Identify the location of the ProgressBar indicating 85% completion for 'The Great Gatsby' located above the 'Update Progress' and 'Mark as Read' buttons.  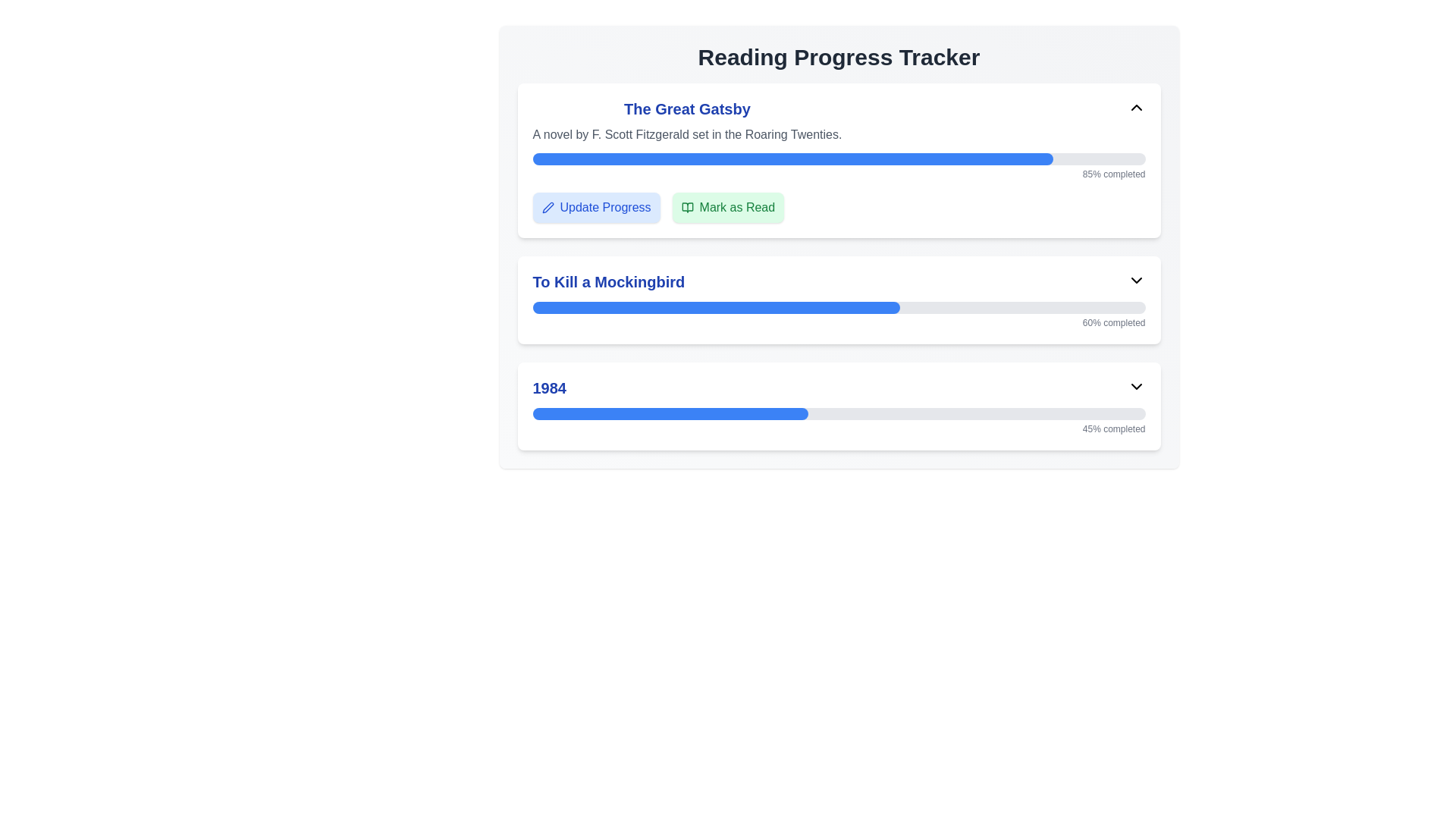
(838, 158).